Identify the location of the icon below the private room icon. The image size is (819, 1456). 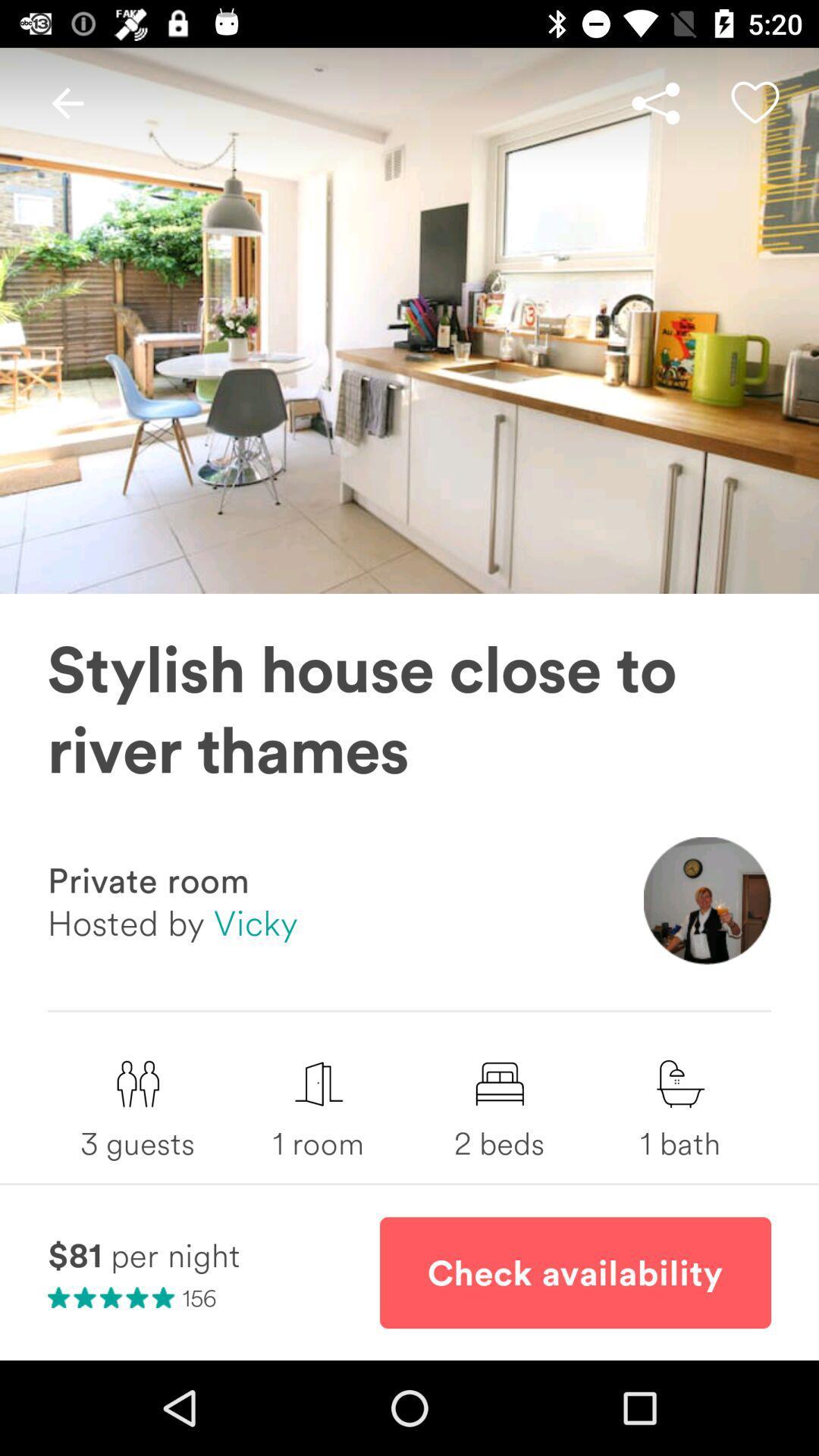
(171, 921).